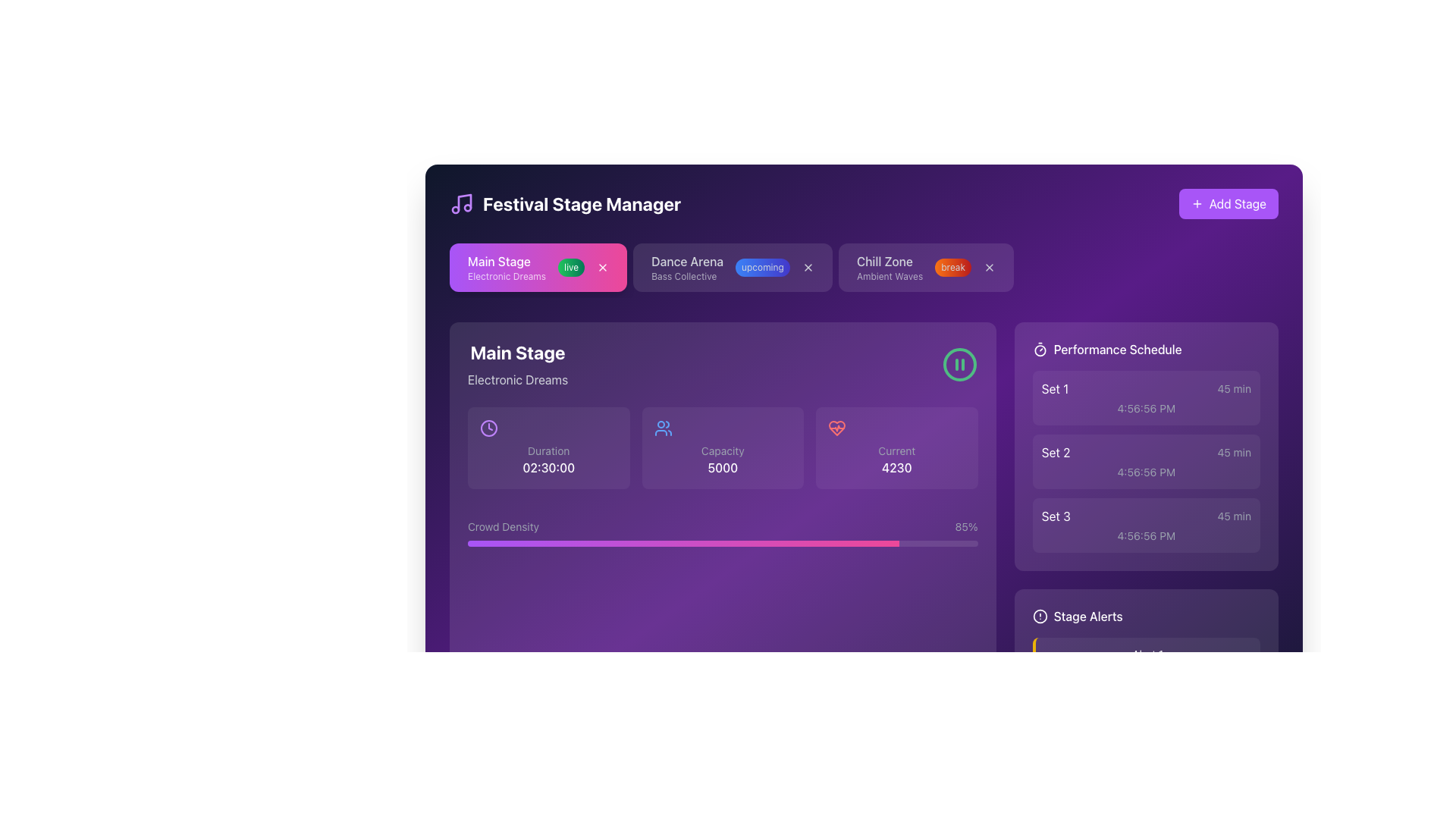 The width and height of the screenshot is (1456, 819). What do you see at coordinates (990, 267) in the screenshot?
I see `the small square-shaped icon featuring a stylized cross ('X') symbol located in the top navigation bar within the 'Chill Zone' card, to change its color` at bounding box center [990, 267].